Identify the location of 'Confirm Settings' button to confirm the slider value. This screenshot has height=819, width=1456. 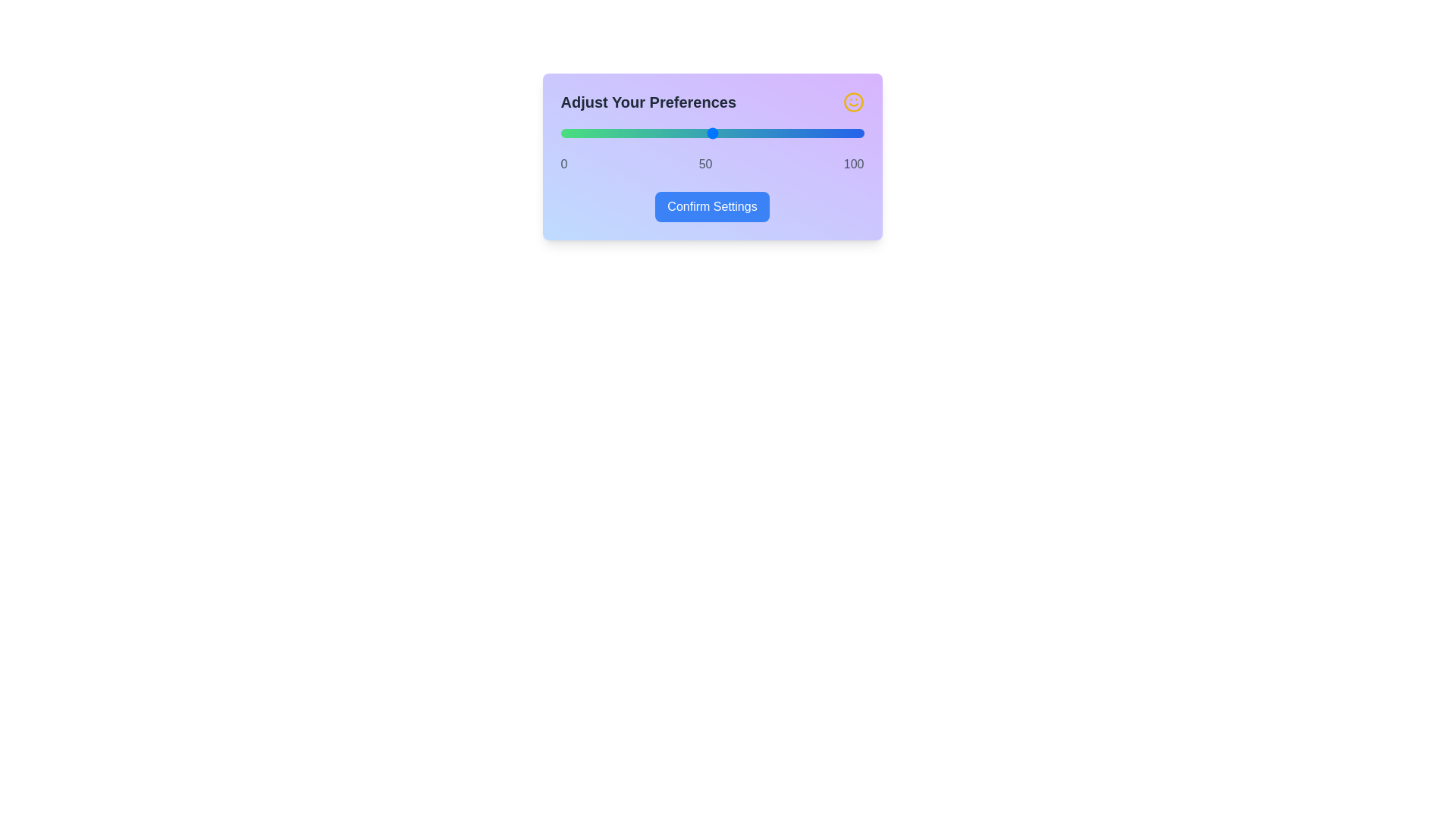
(711, 207).